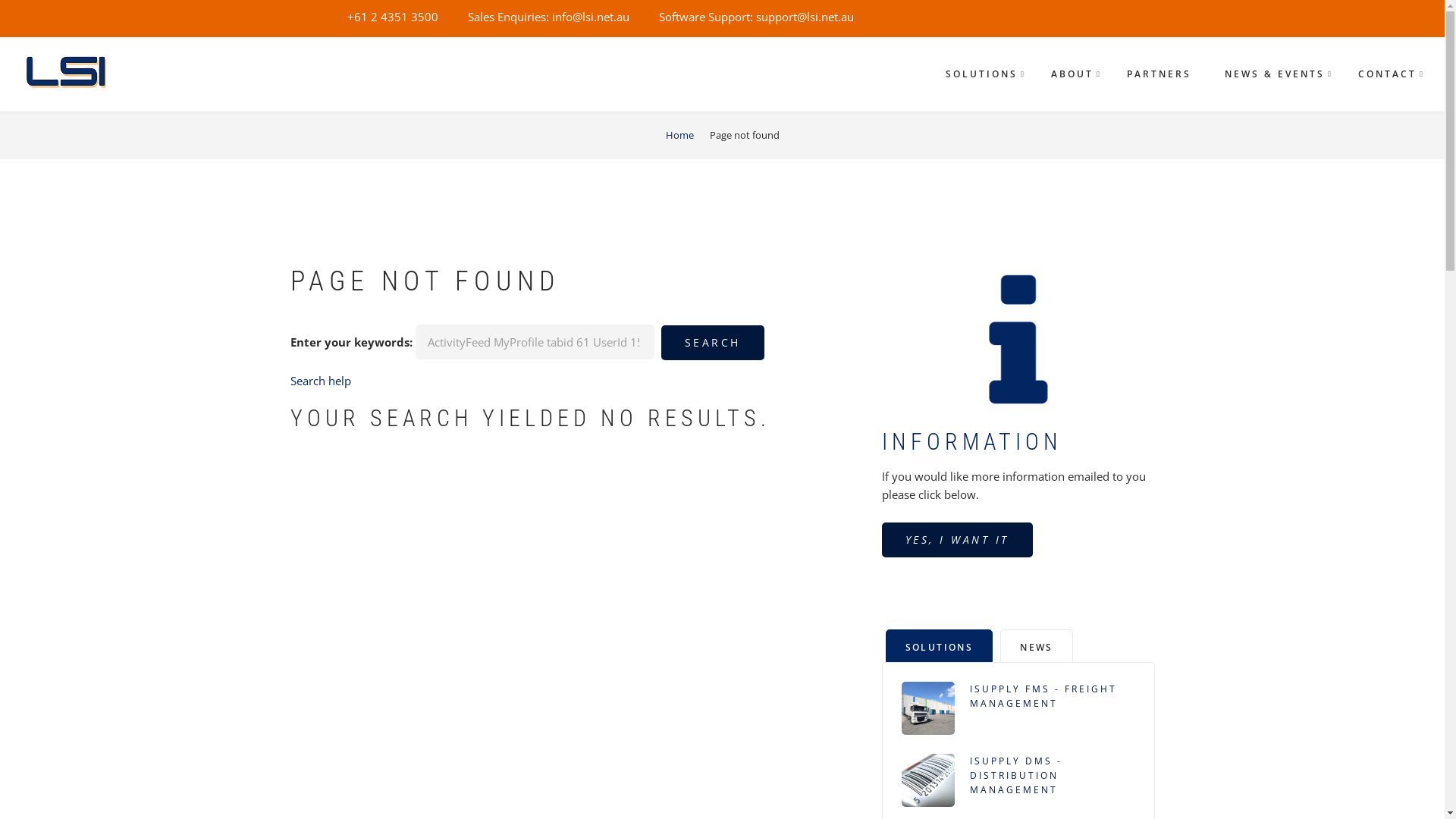 This screenshot has width=1456, height=819. What do you see at coordinates (803, 17) in the screenshot?
I see `'support@lsi.net.au'` at bounding box center [803, 17].